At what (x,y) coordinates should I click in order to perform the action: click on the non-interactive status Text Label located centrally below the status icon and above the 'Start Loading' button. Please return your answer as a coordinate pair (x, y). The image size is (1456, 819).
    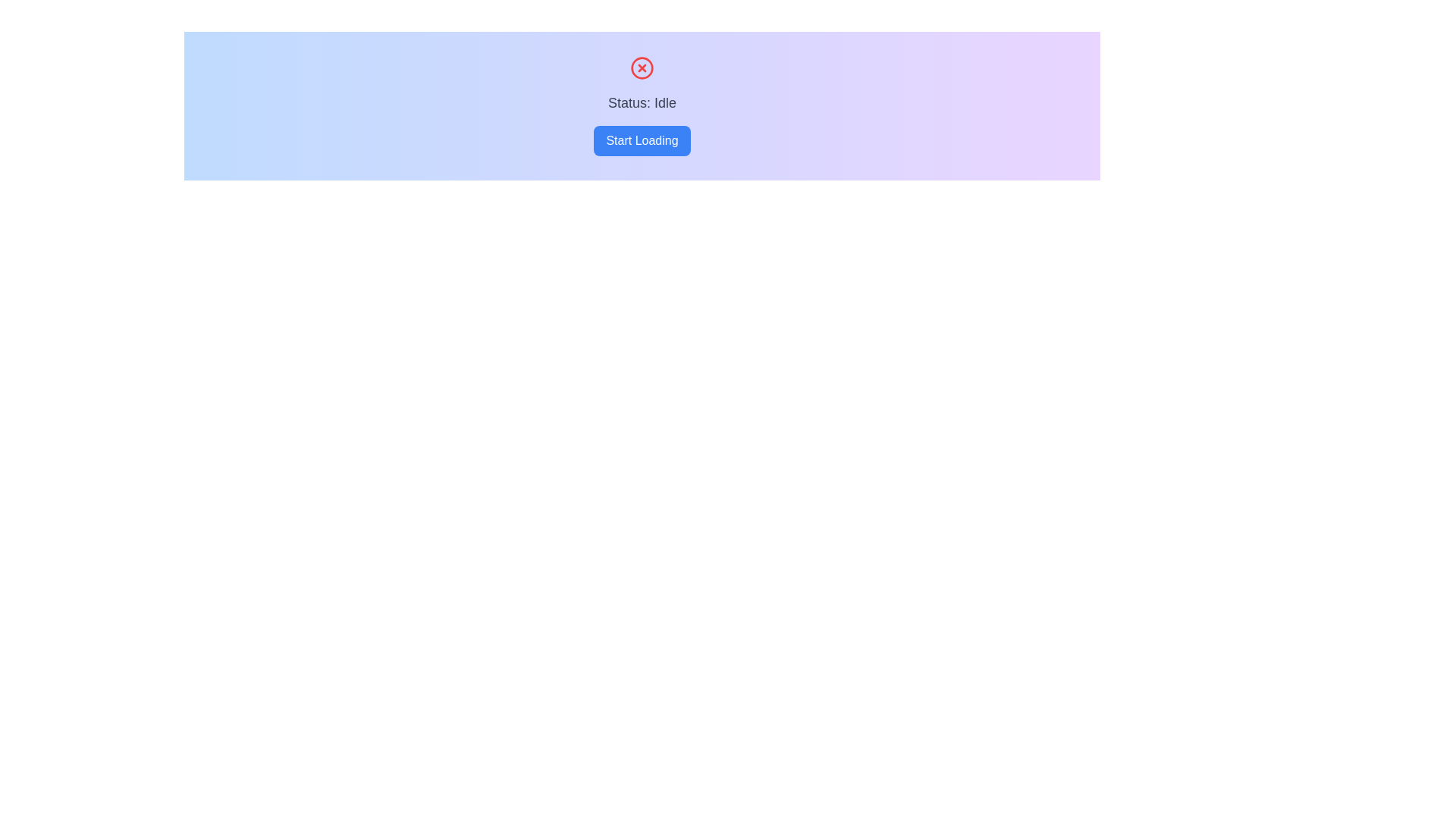
    Looking at the image, I should click on (642, 102).